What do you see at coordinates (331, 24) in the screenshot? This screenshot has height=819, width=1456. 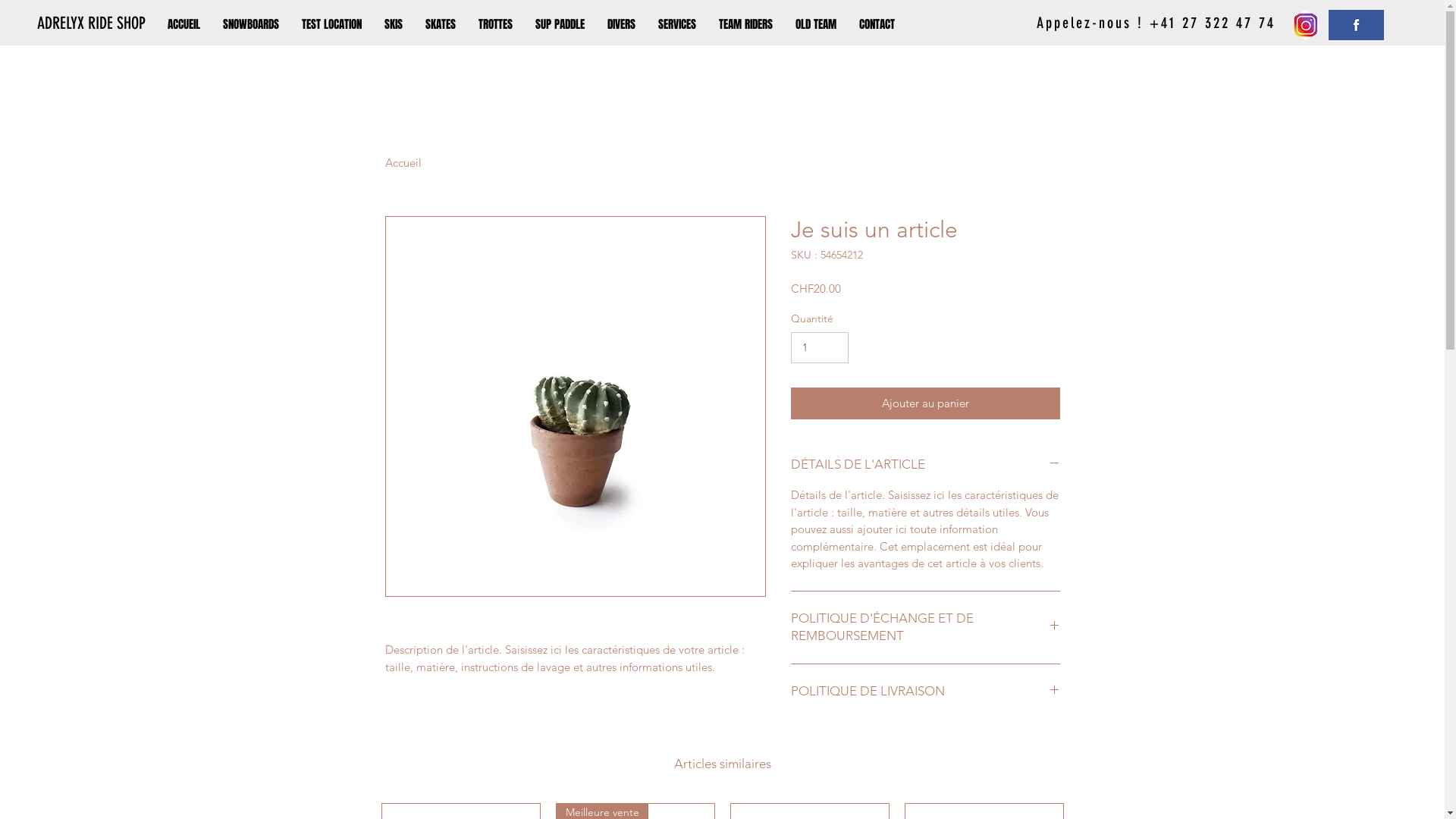 I see `'TEST LOCATION'` at bounding box center [331, 24].